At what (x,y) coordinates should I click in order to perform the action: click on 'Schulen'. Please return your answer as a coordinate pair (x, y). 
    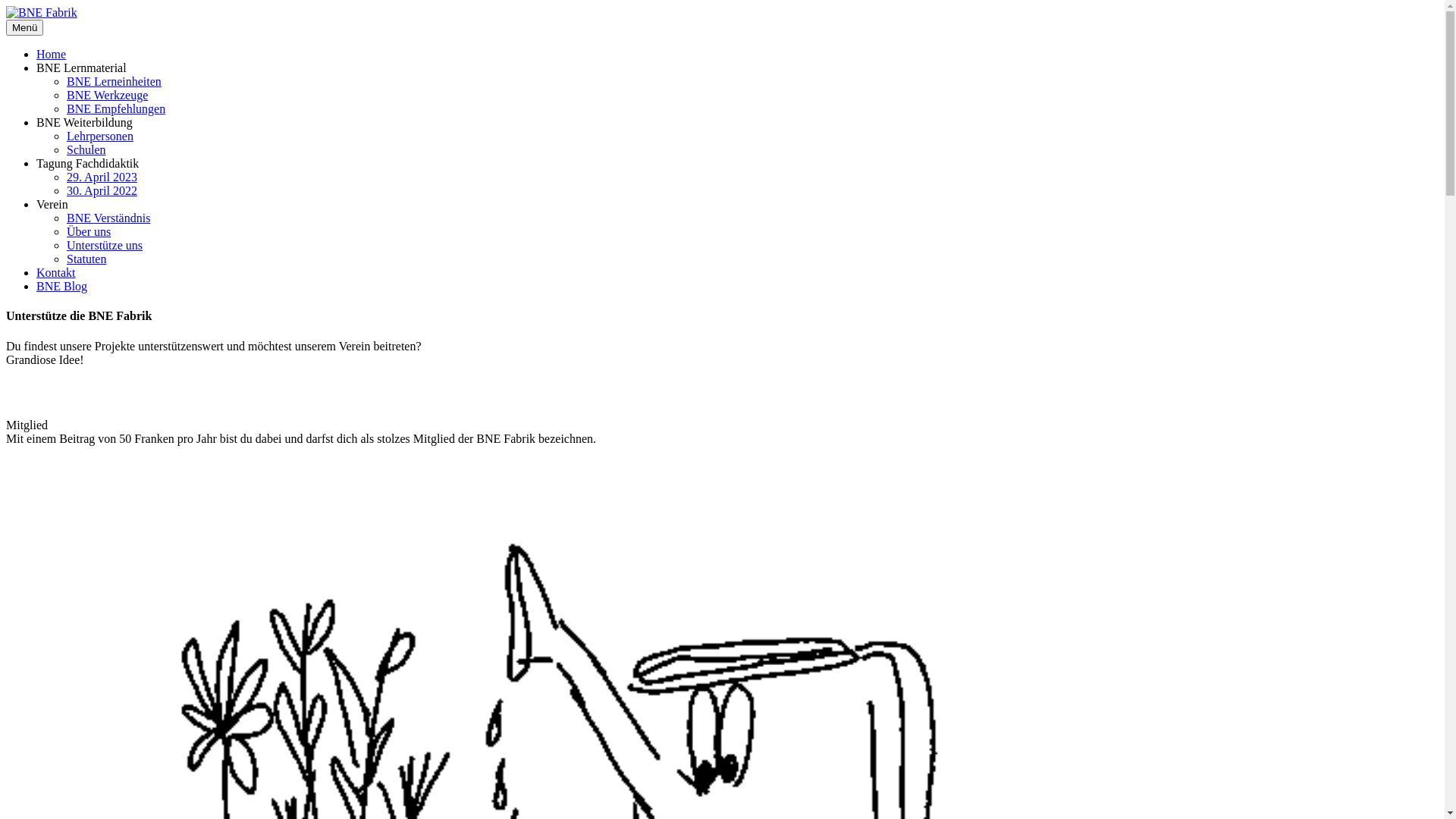
    Looking at the image, I should click on (86, 149).